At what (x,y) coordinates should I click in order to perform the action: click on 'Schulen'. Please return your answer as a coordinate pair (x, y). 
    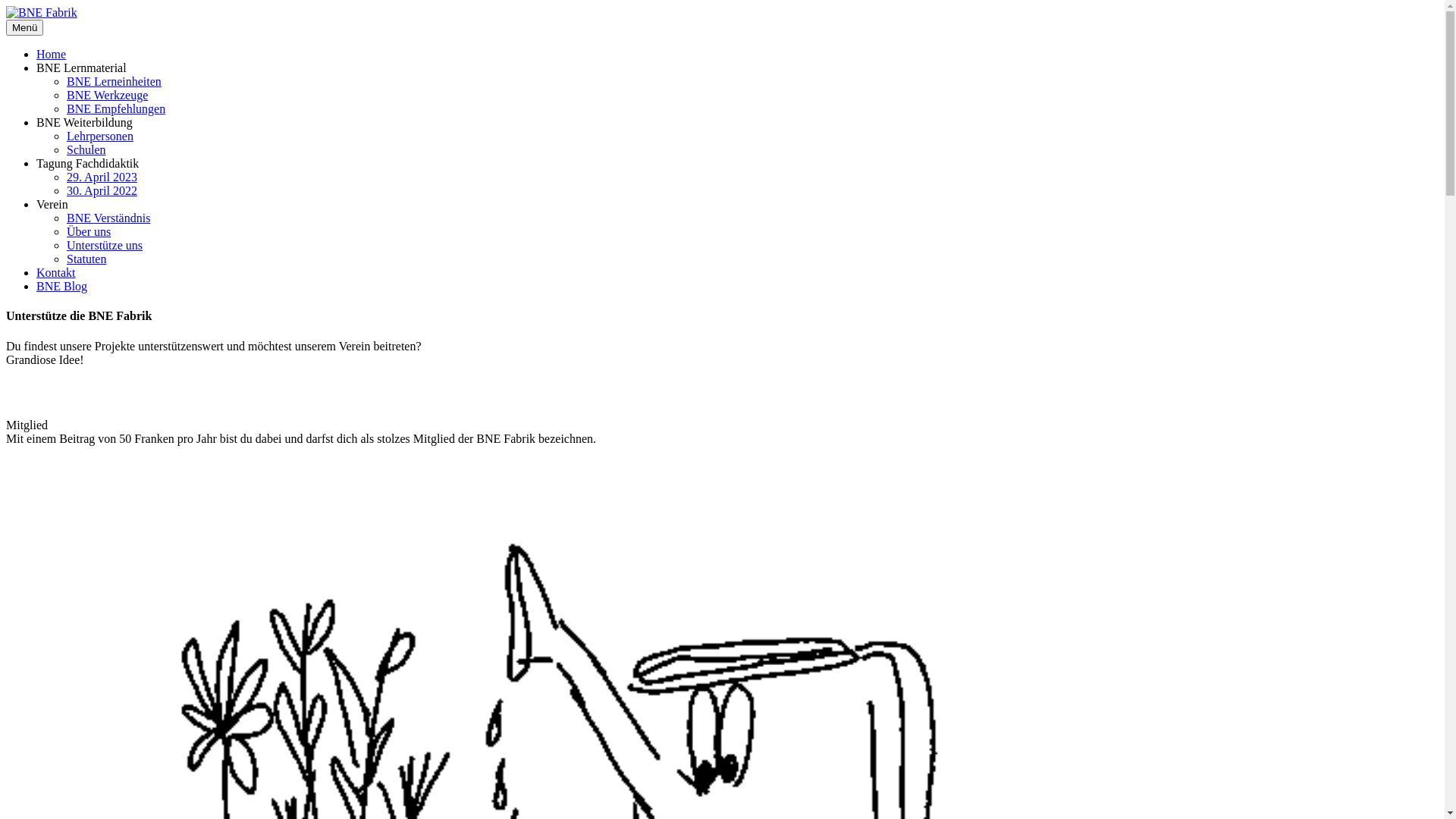
    Looking at the image, I should click on (86, 149).